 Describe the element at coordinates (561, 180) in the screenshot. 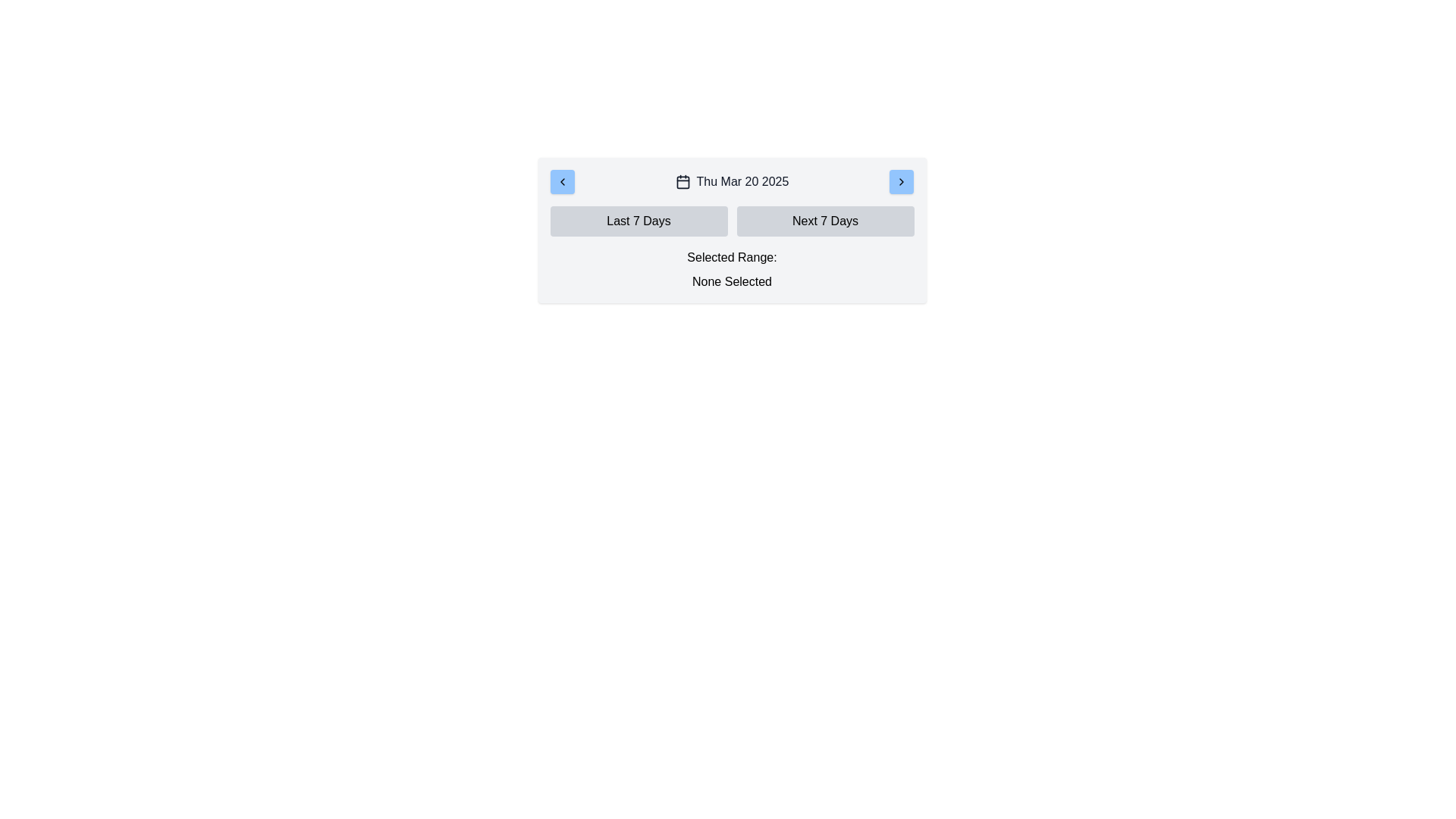

I see `the blue square icon button located in the top-left portion of the modal window` at that location.